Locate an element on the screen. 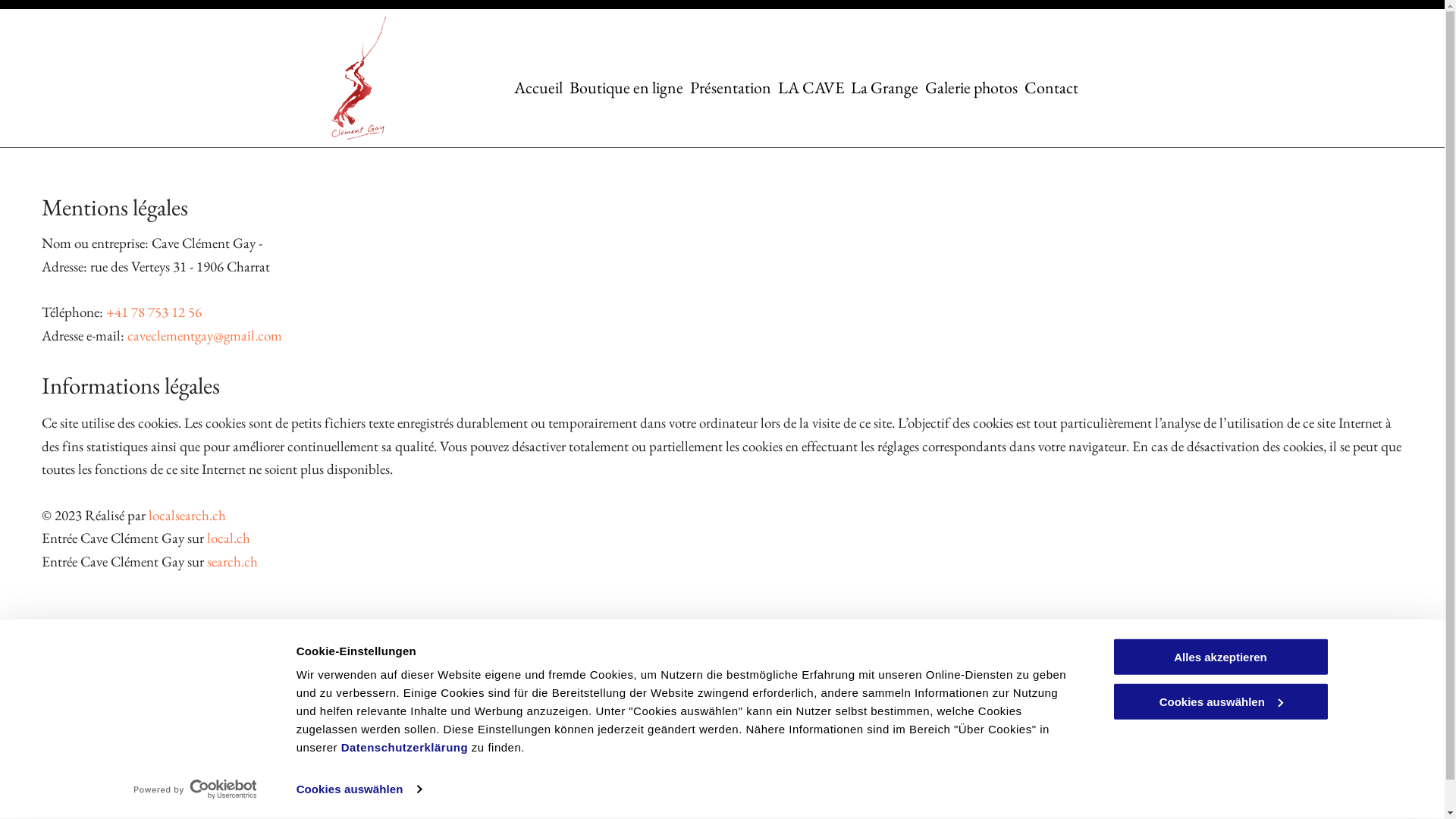  'Contact' is located at coordinates (1050, 86).